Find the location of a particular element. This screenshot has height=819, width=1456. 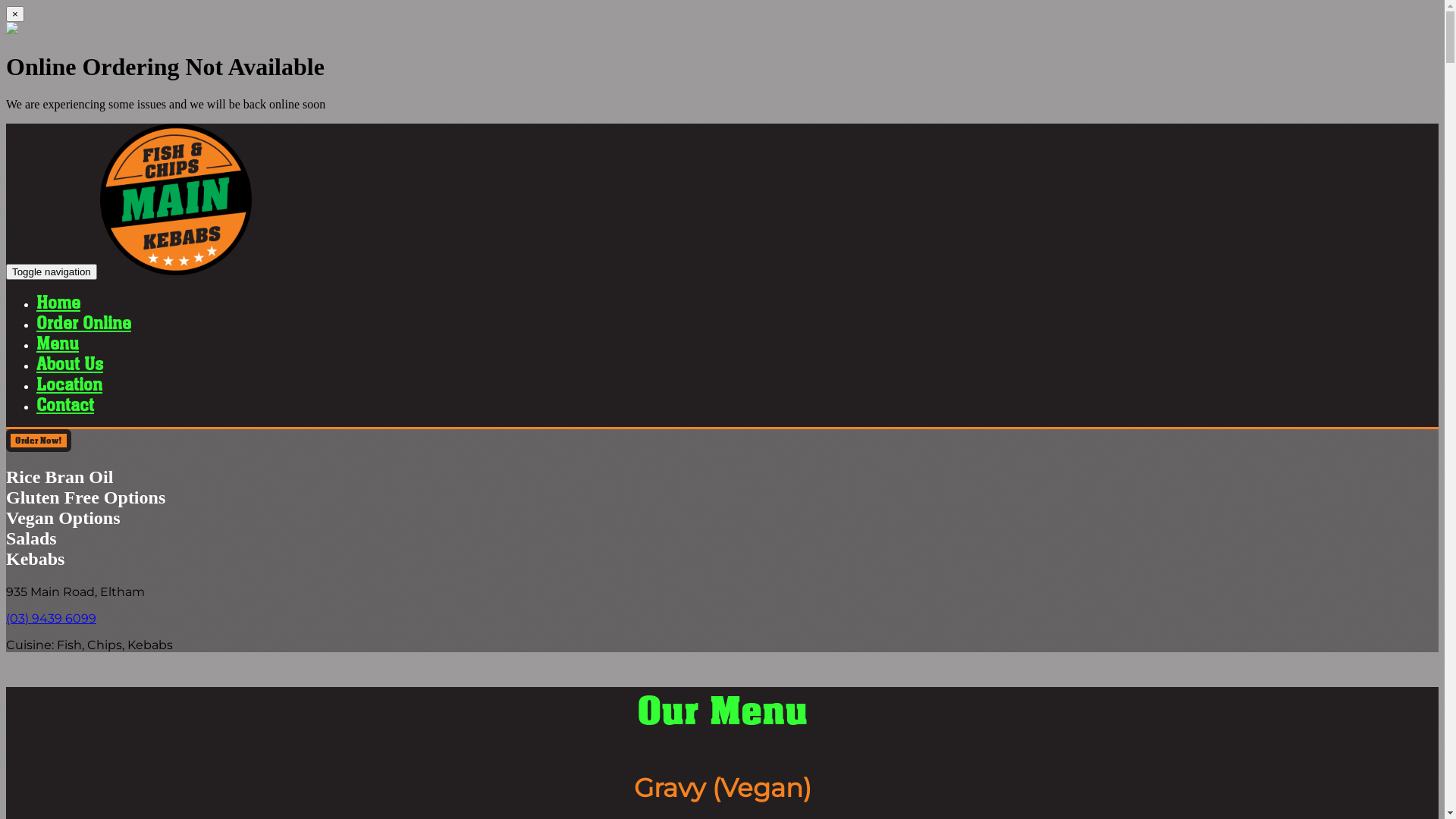

'Contact' is located at coordinates (36, 403).